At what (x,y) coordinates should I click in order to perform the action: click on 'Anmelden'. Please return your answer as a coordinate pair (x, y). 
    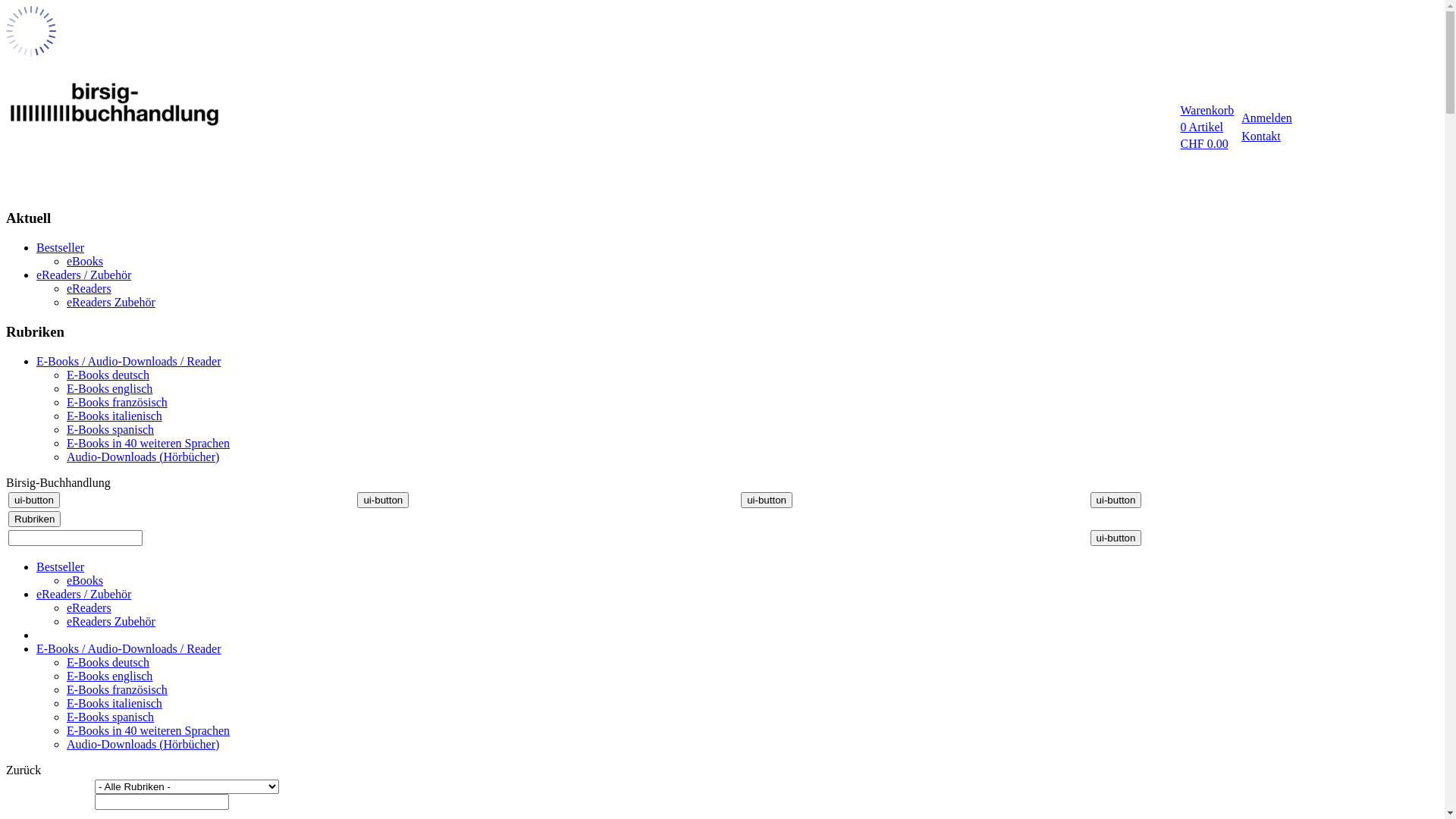
    Looking at the image, I should click on (1266, 117).